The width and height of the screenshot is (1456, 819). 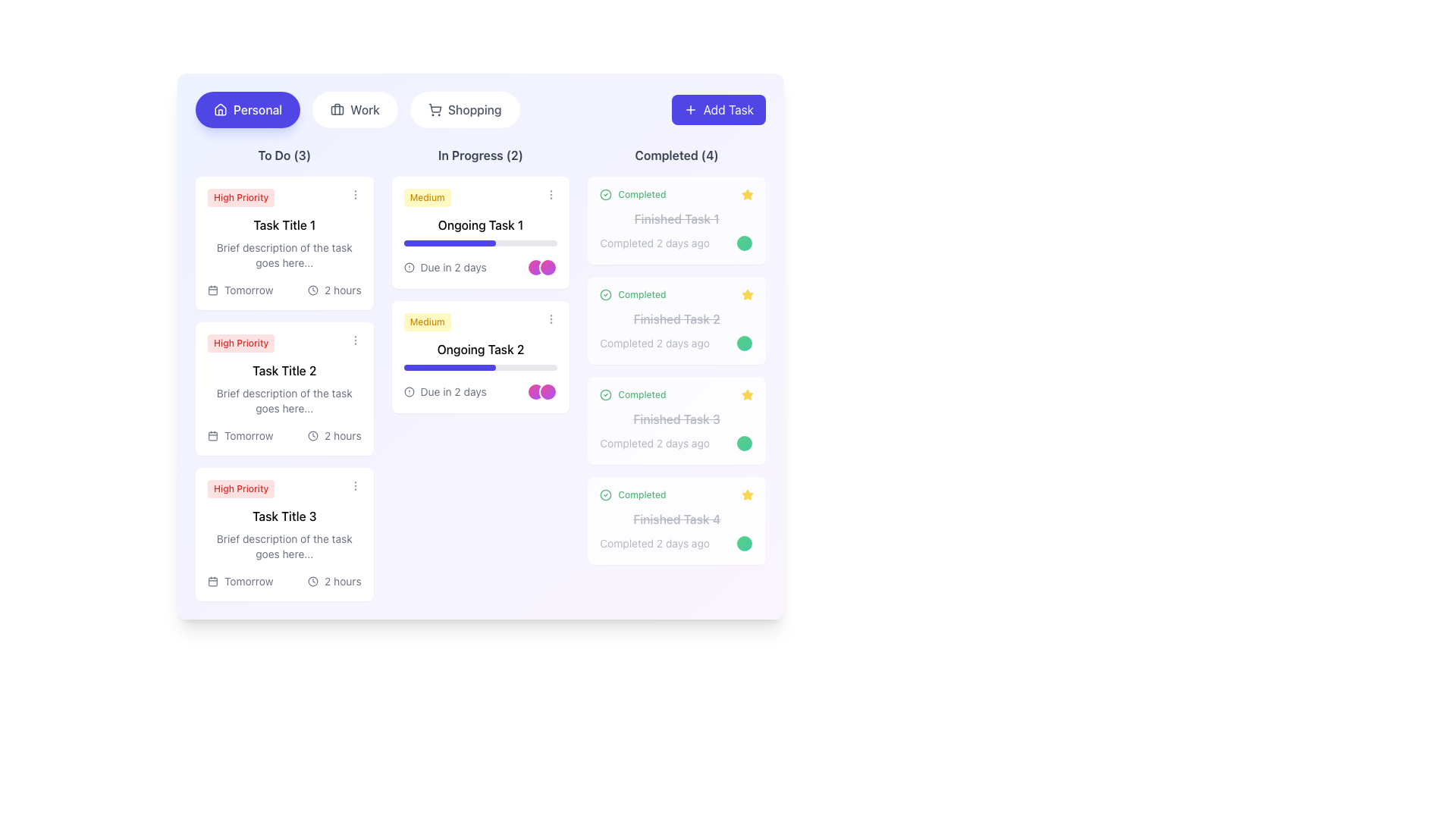 I want to click on the second task card in the 'To Do (3)' column, so click(x=284, y=388).